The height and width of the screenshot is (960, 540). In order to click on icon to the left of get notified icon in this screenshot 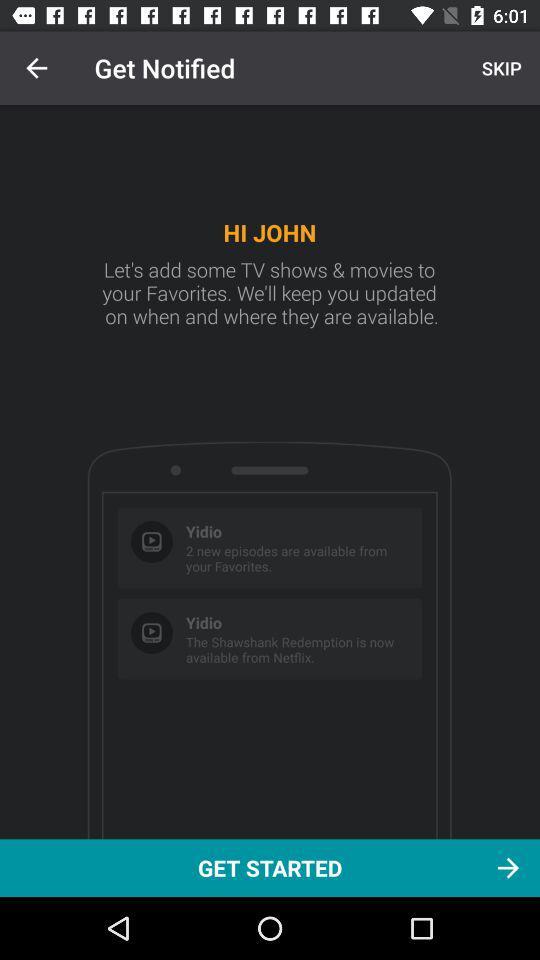, I will do `click(36, 68)`.